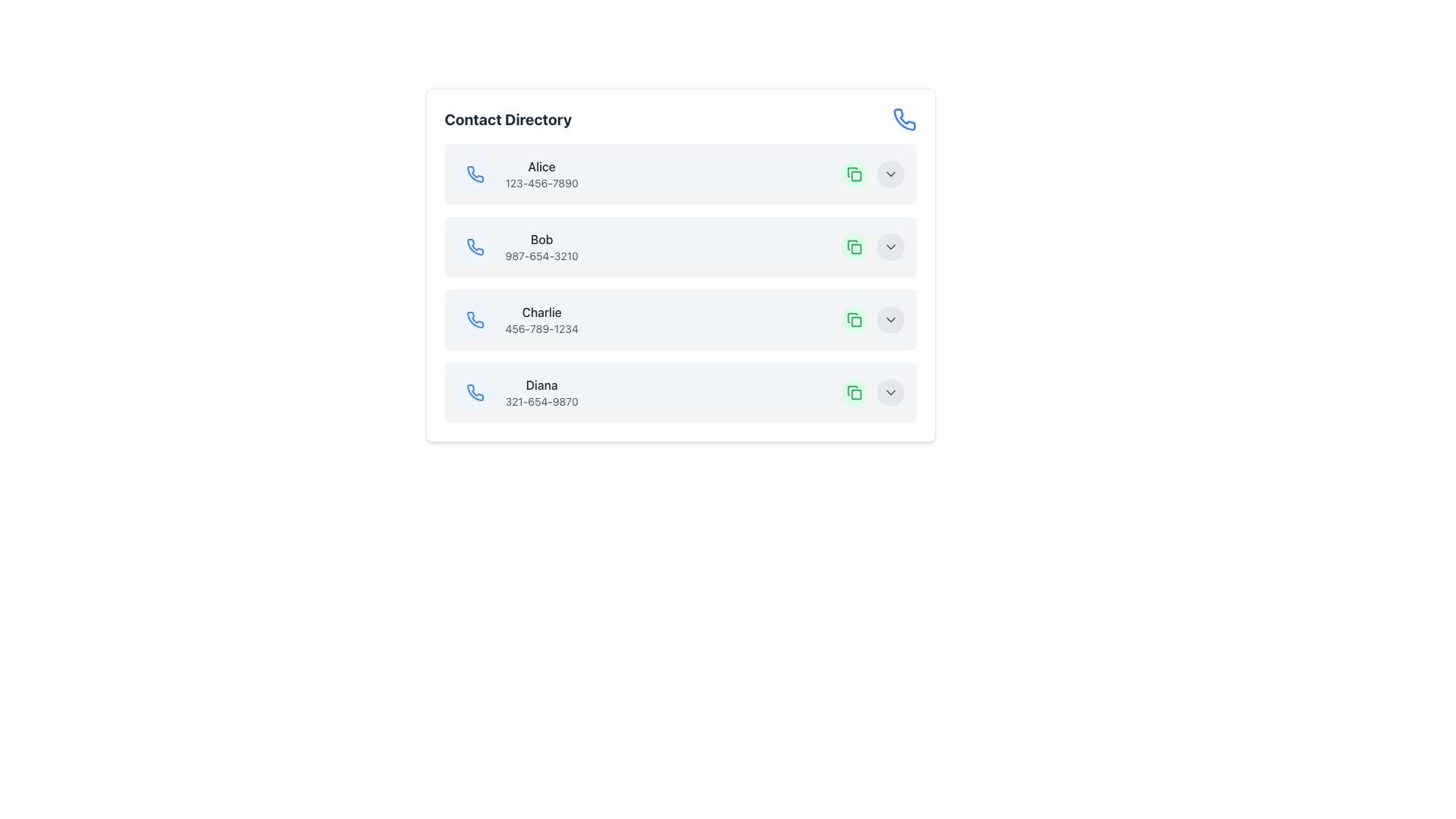 The height and width of the screenshot is (819, 1456). What do you see at coordinates (890, 246) in the screenshot?
I see `the downward chevron icon of the Dropdown Trigger` at bounding box center [890, 246].